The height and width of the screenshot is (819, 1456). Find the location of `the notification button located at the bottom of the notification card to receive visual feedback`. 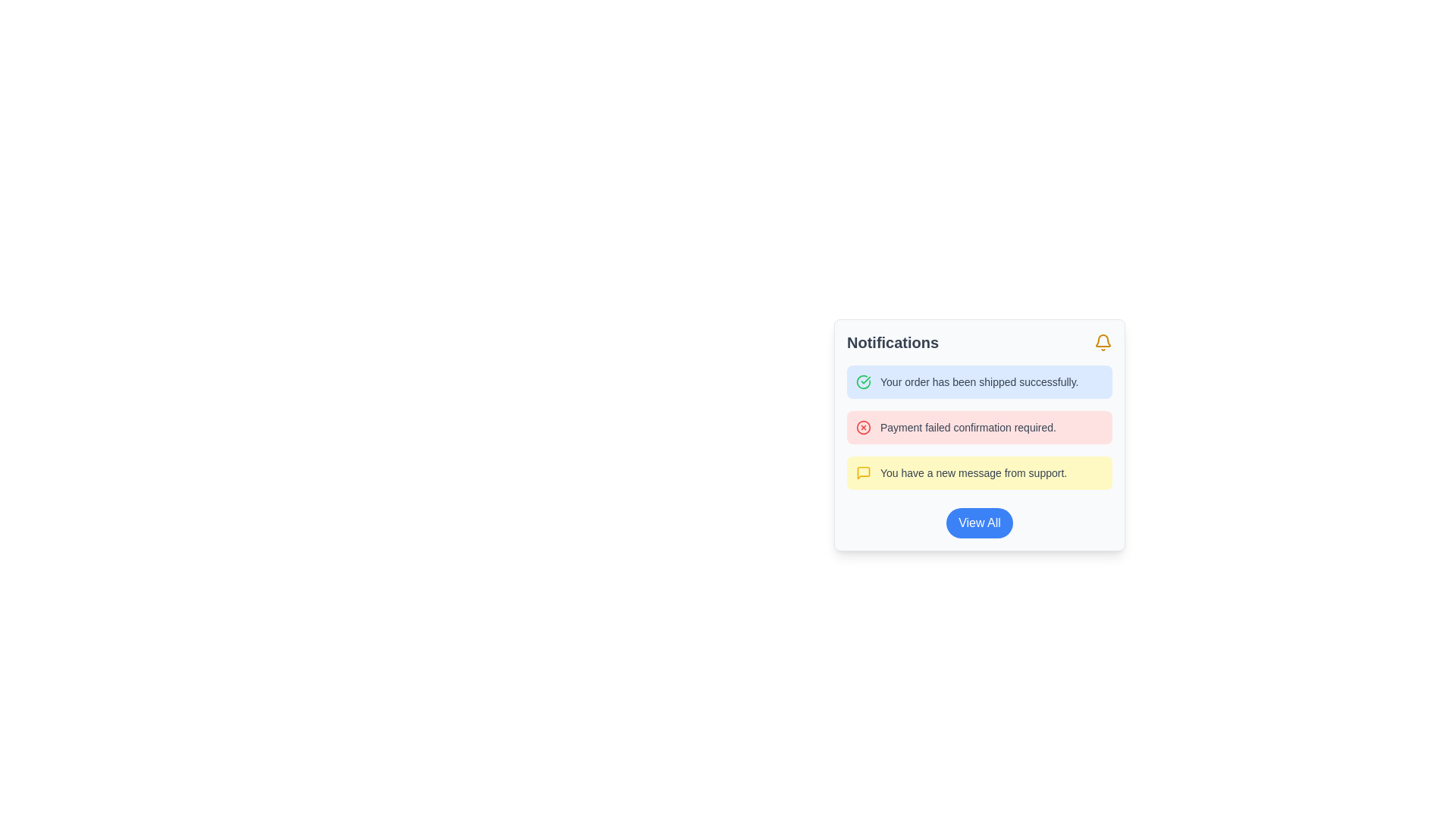

the notification button located at the bottom of the notification card to receive visual feedback is located at coordinates (979, 522).